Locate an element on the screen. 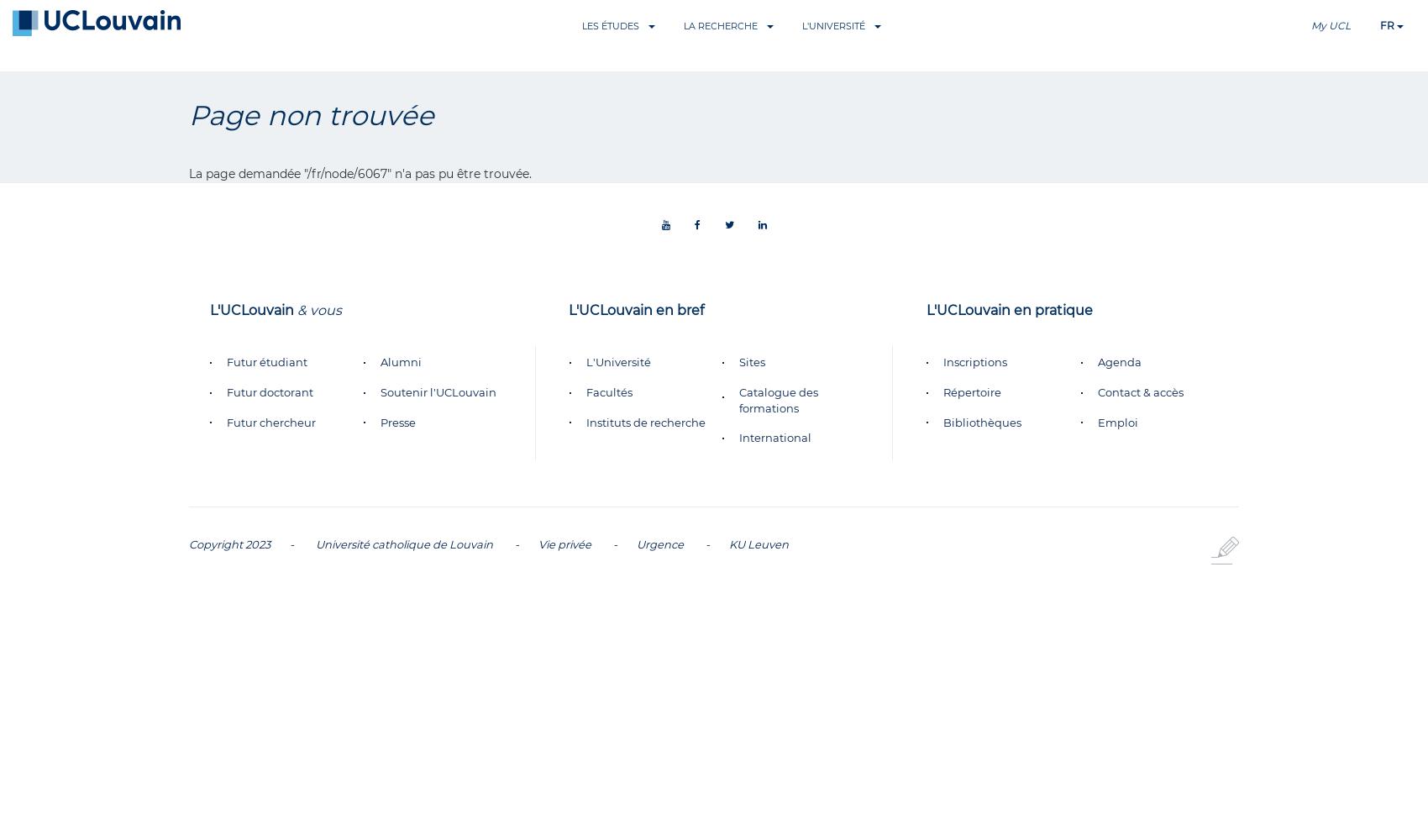 The width and height of the screenshot is (1428, 840). 'Futur chercheur' is located at coordinates (270, 422).